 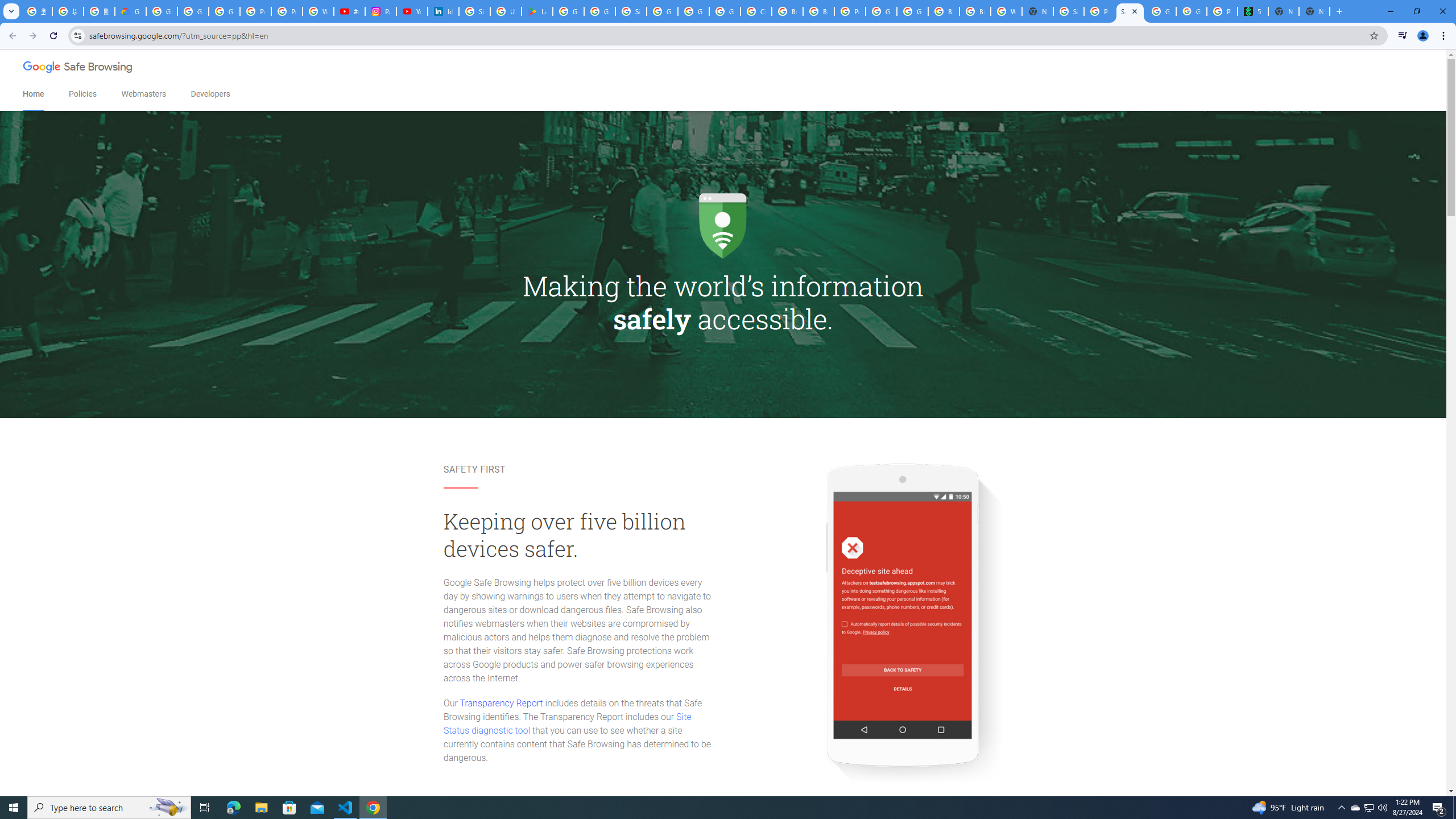 I want to click on 'Google Cloud Platform', so click(x=911, y=11).